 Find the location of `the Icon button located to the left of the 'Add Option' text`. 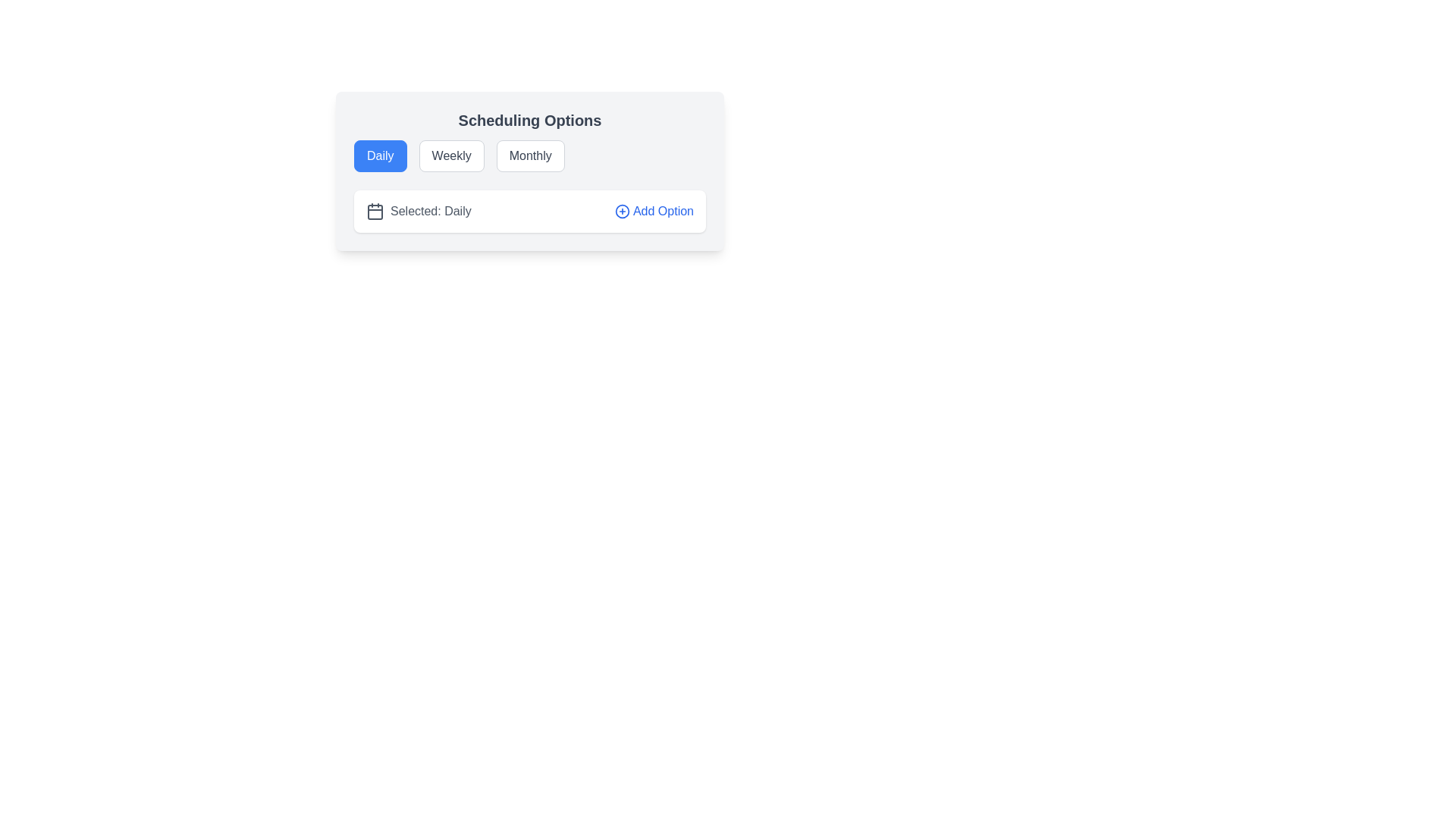

the Icon button located to the left of the 'Add Option' text is located at coordinates (622, 211).